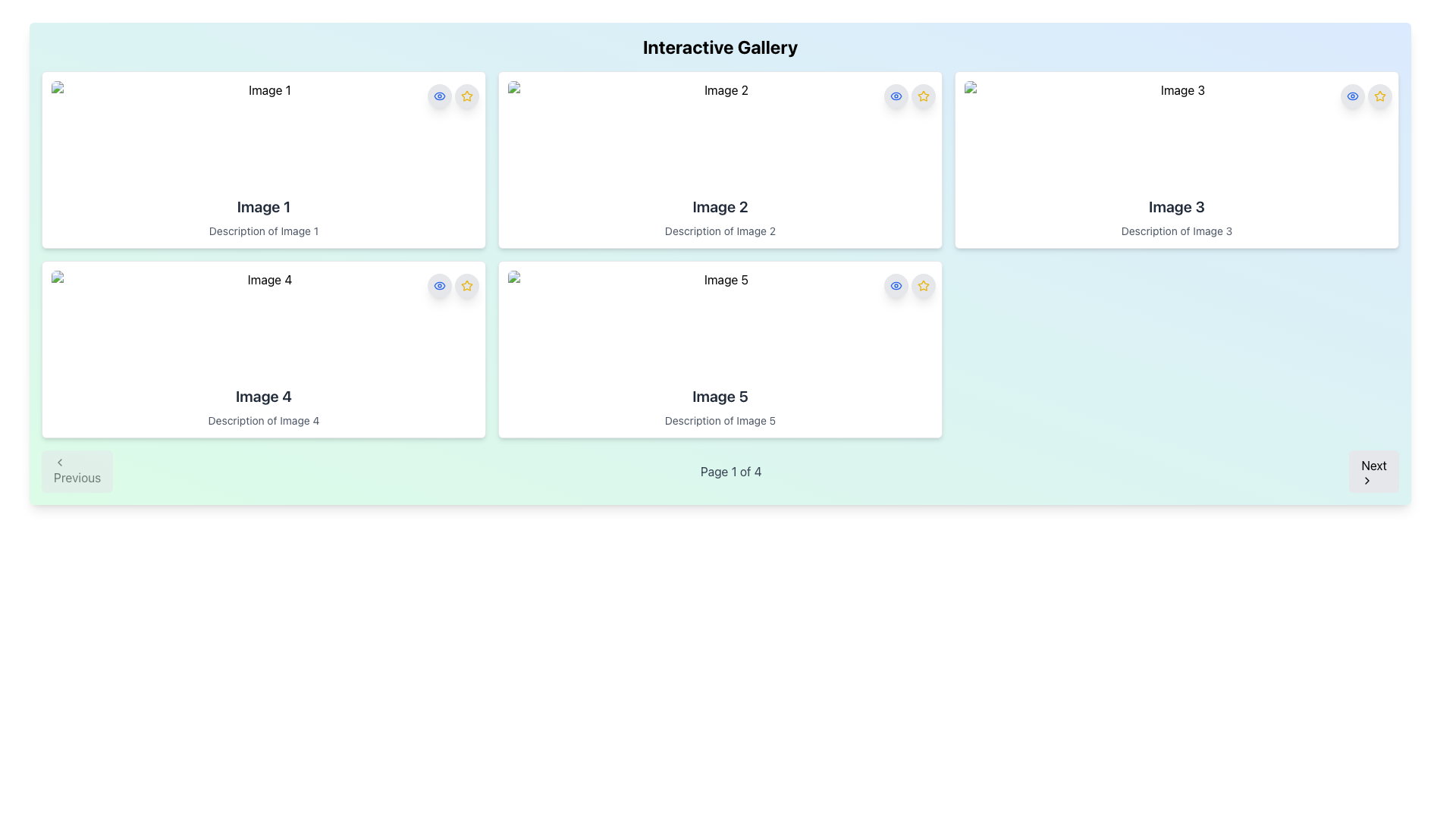  What do you see at coordinates (263, 134) in the screenshot?
I see `the thumbnail image labeled 'Image 1' located` at bounding box center [263, 134].